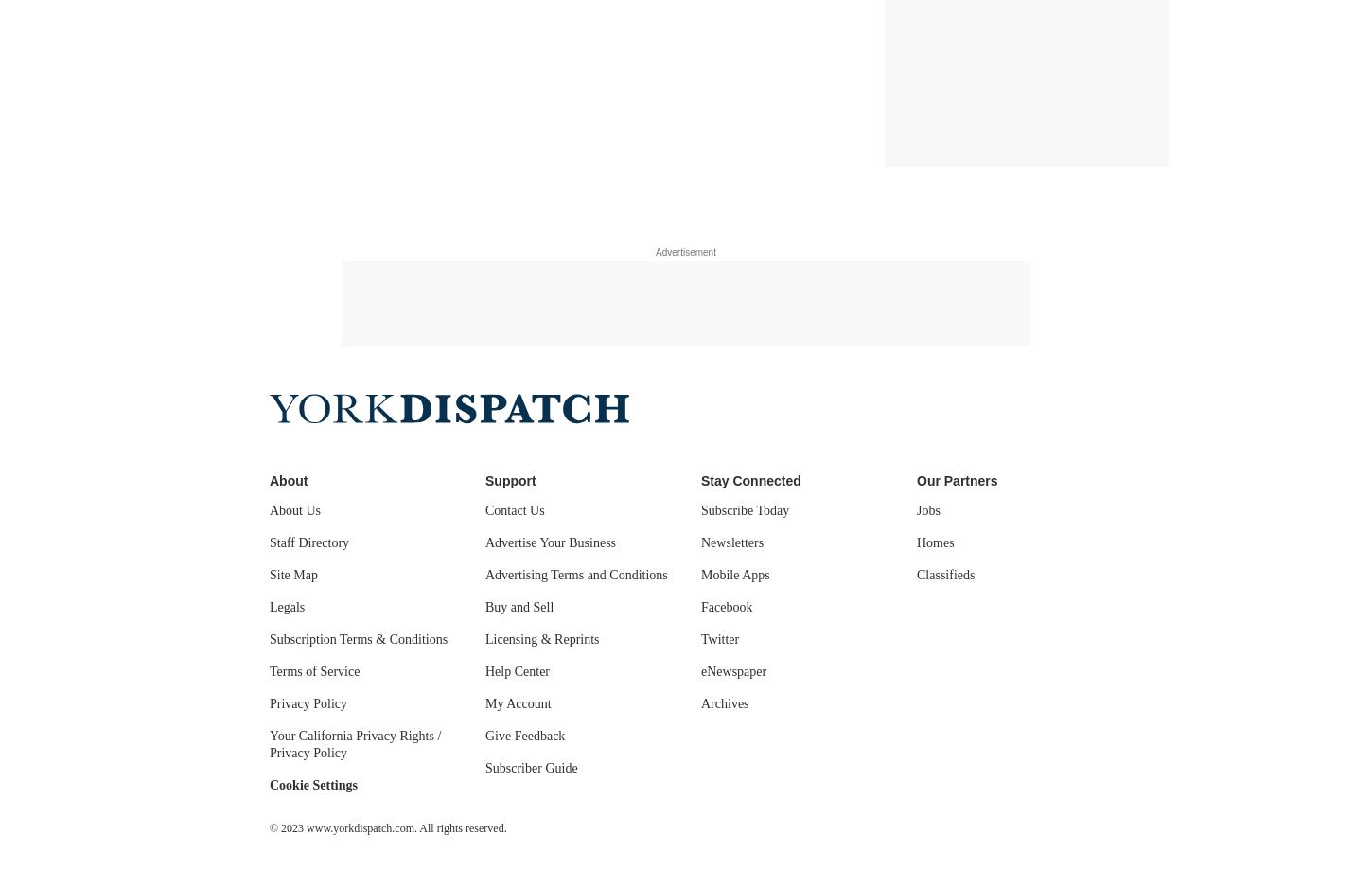 This screenshot has height=888, width=1372. What do you see at coordinates (732, 542) in the screenshot?
I see `'Newsletters'` at bounding box center [732, 542].